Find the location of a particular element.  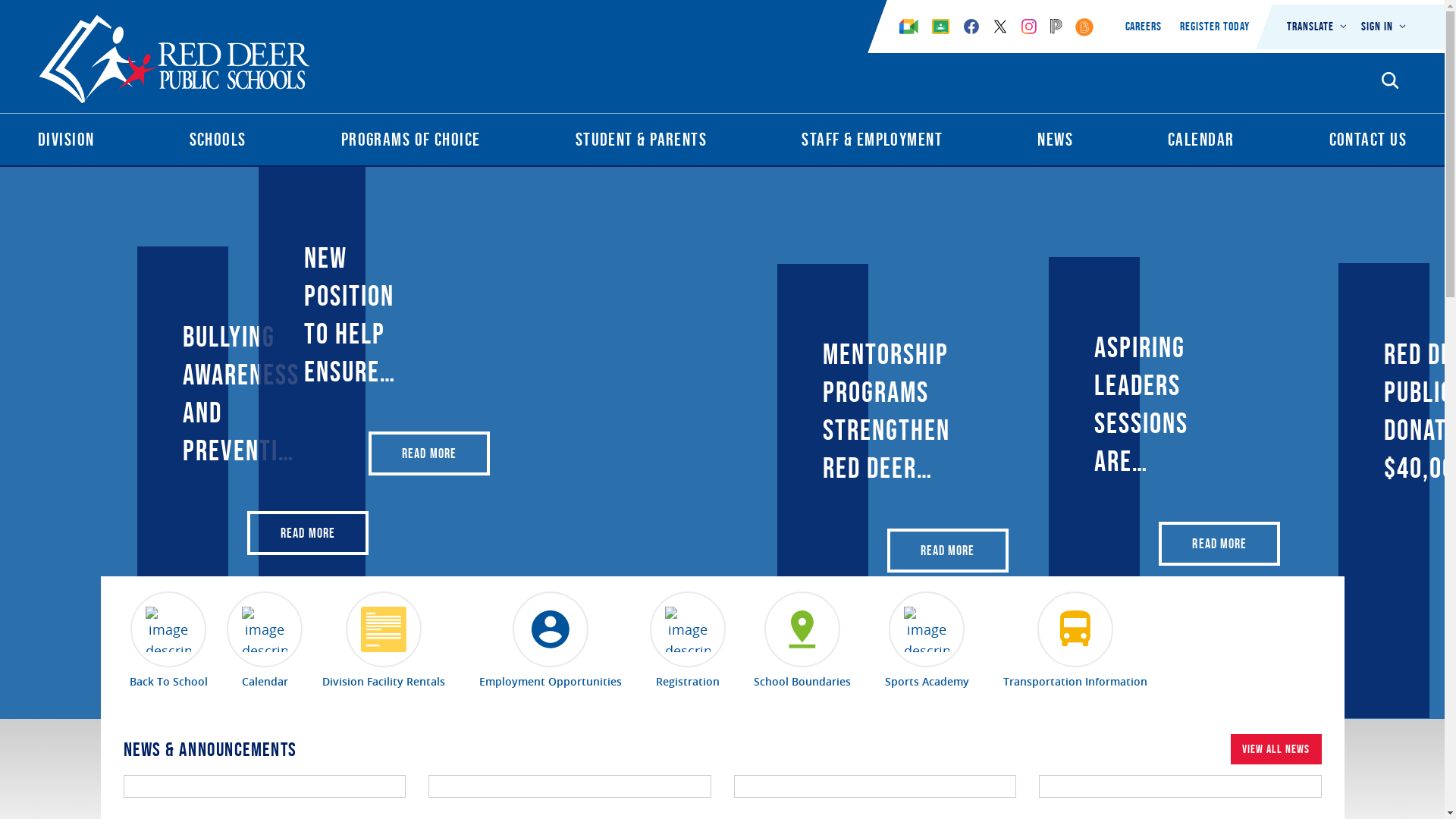

'Sign In' is located at coordinates (1383, 27).